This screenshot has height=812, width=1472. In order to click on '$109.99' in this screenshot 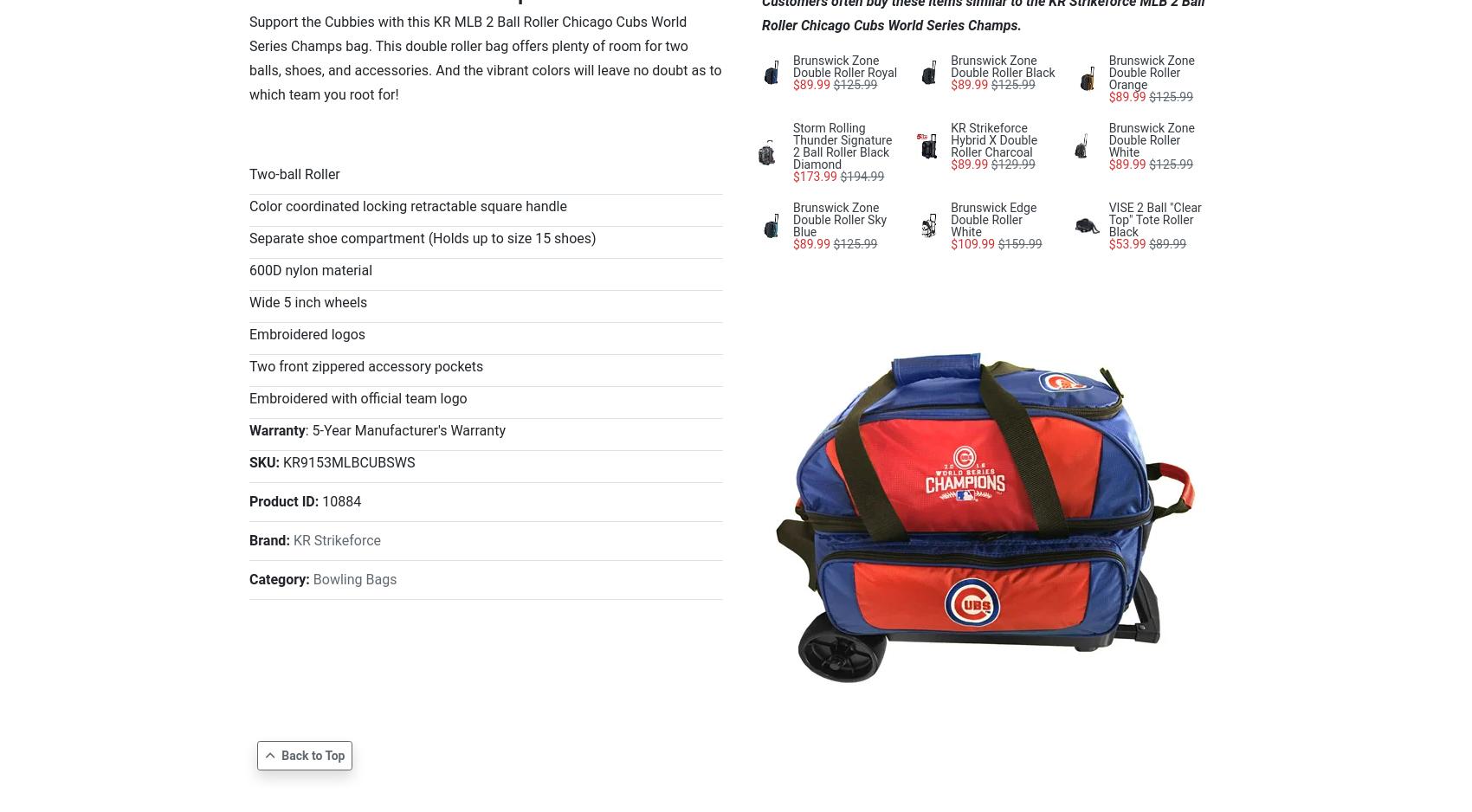, I will do `click(972, 243)`.